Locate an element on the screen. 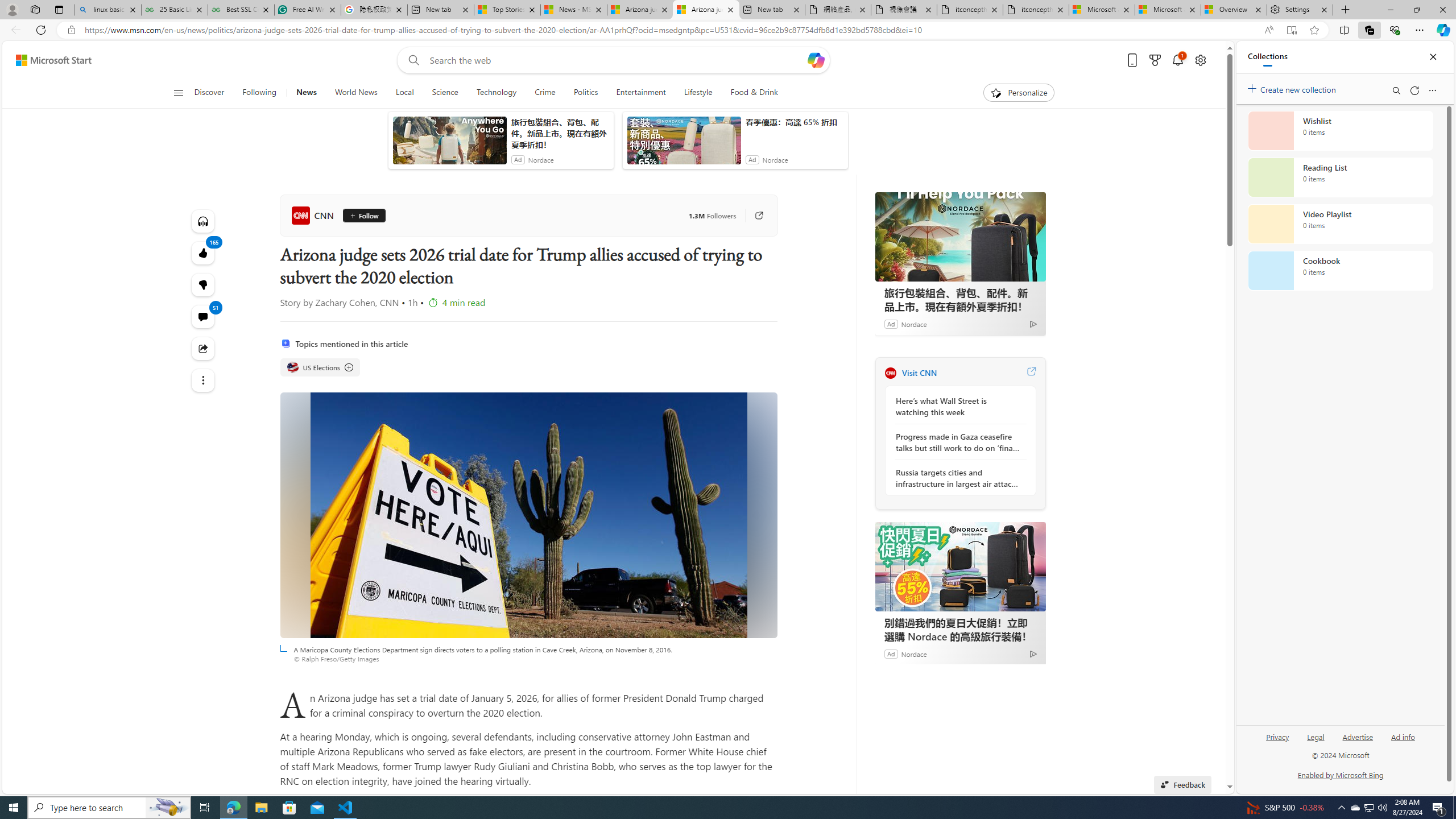  'Privacy' is located at coordinates (1277, 736).